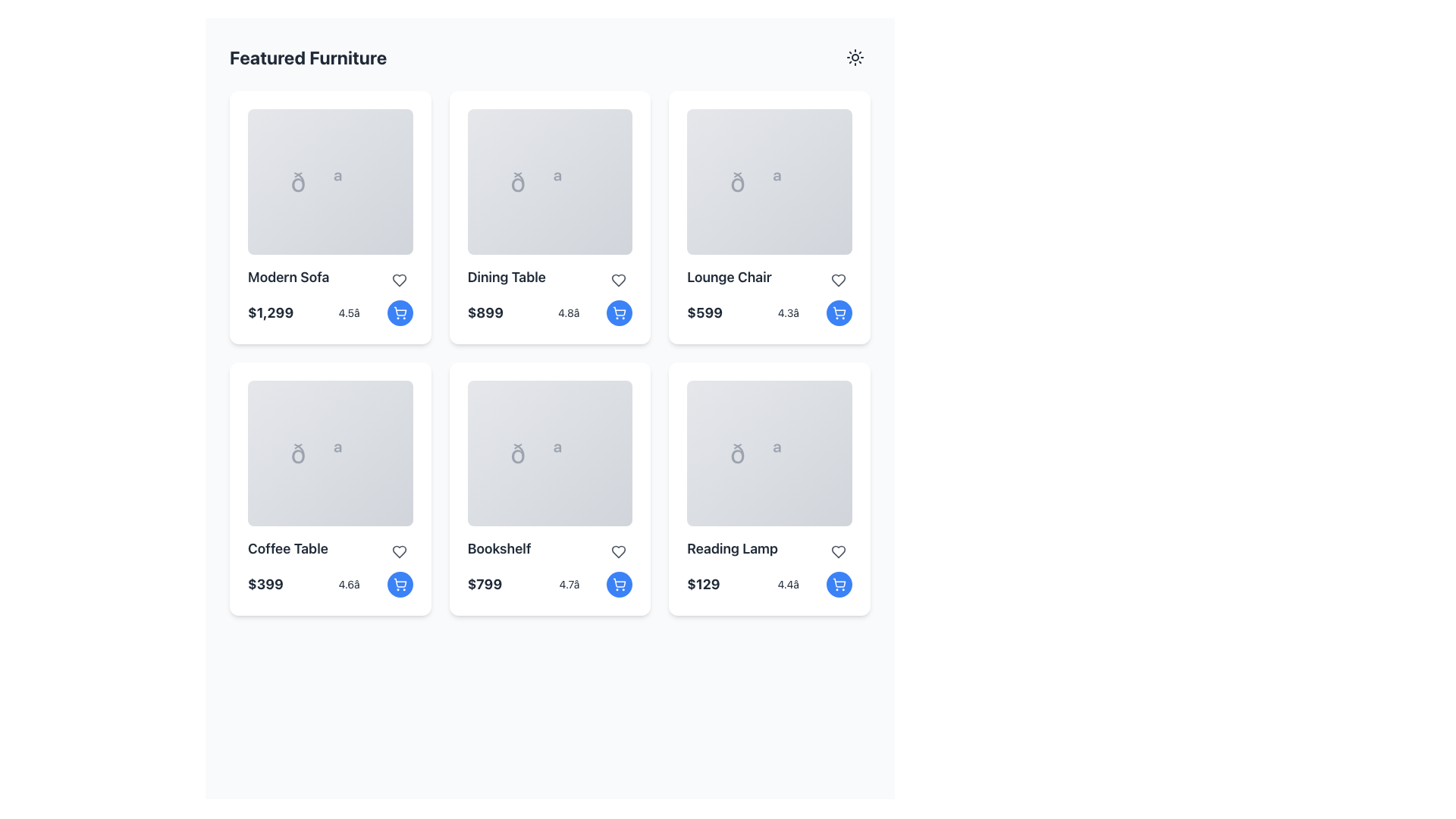 Image resolution: width=1456 pixels, height=819 pixels. Describe the element at coordinates (271, 312) in the screenshot. I see `the bold, large-sized text displaying the price '$1,299' located in the top-left card of the grid layout, positioned below the image and label for 'Modern Sofa'` at that location.